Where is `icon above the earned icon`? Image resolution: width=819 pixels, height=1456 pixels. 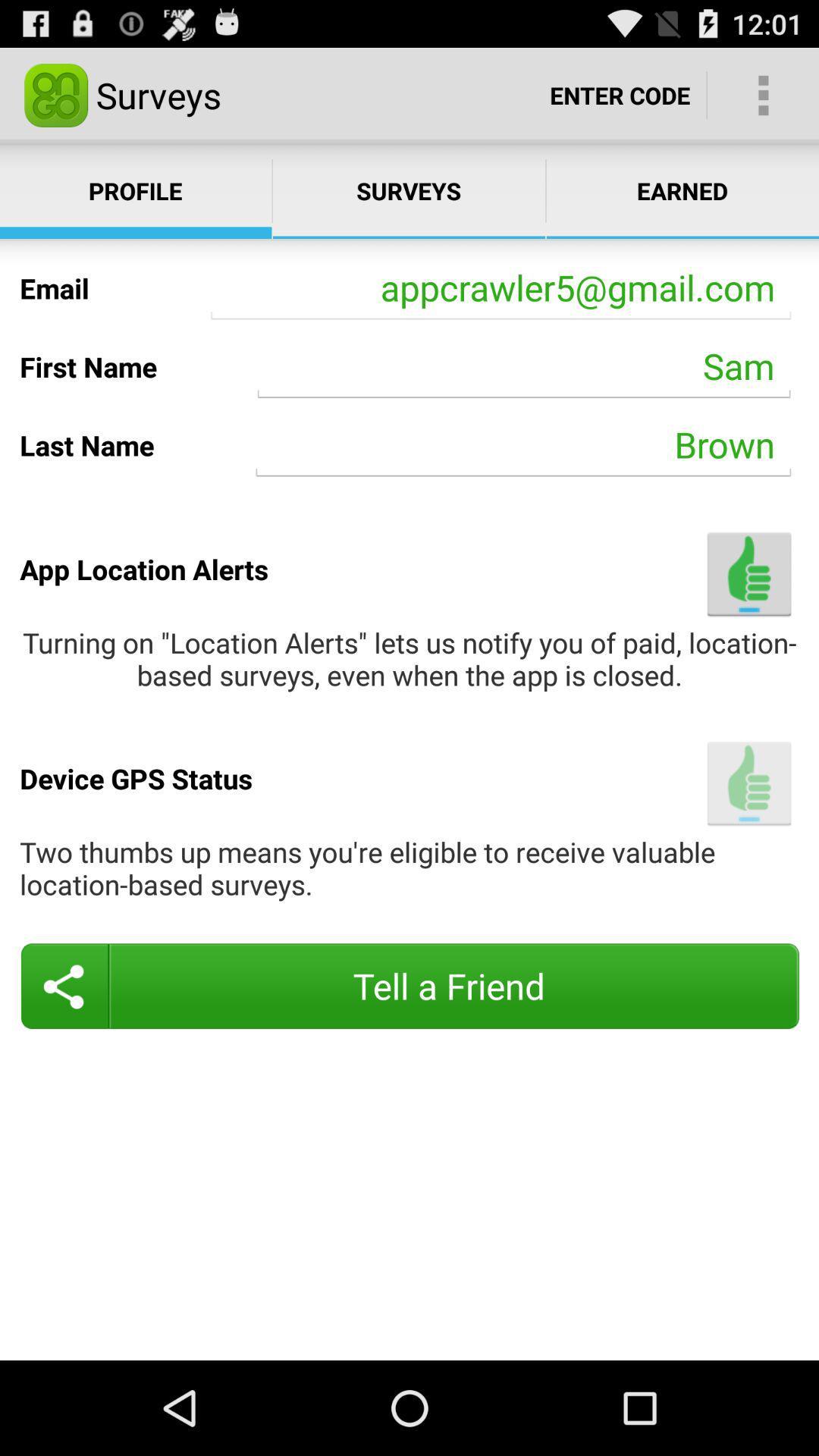 icon above the earned icon is located at coordinates (620, 94).